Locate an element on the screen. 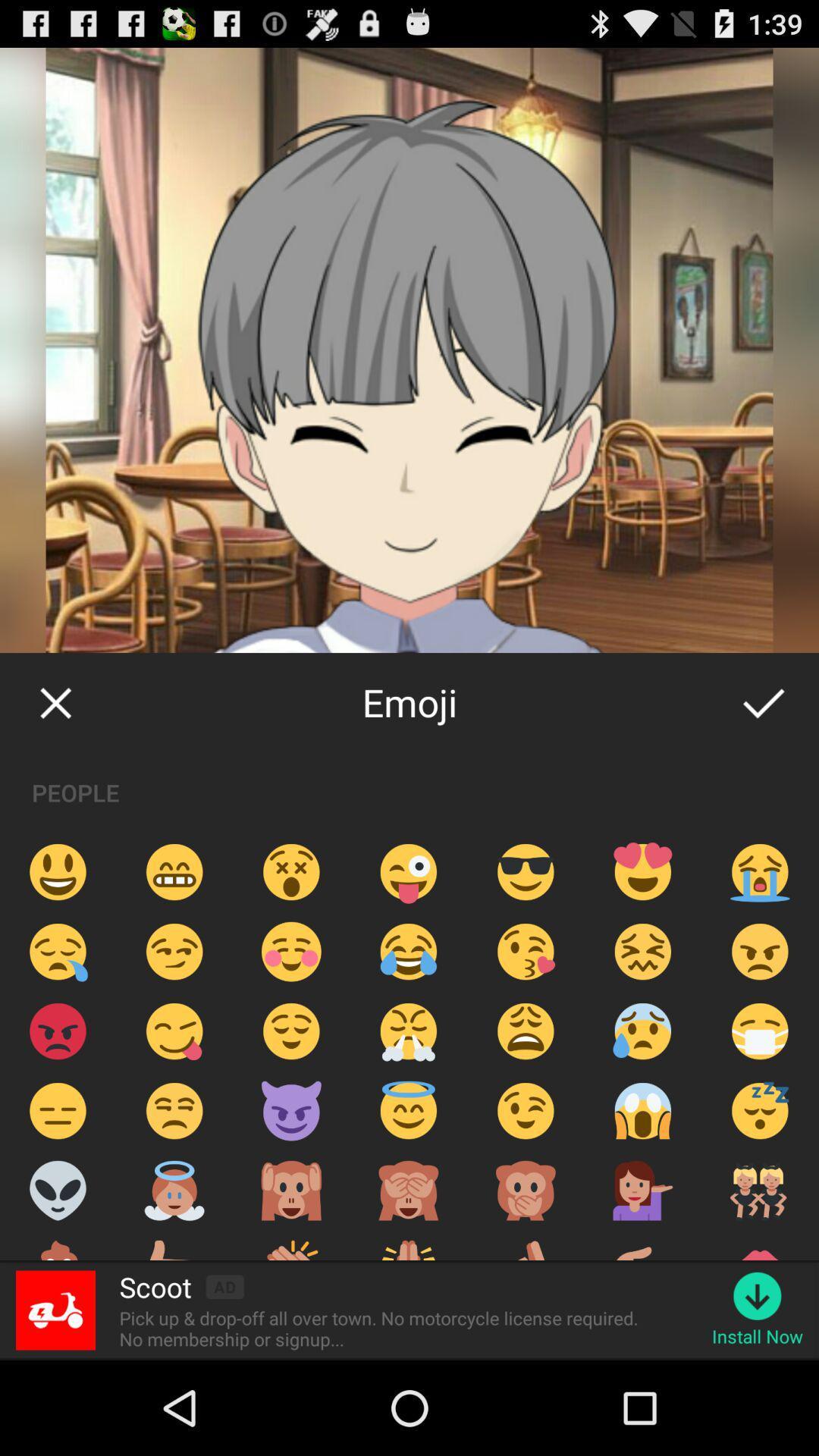  the install now icon is located at coordinates (758, 1336).